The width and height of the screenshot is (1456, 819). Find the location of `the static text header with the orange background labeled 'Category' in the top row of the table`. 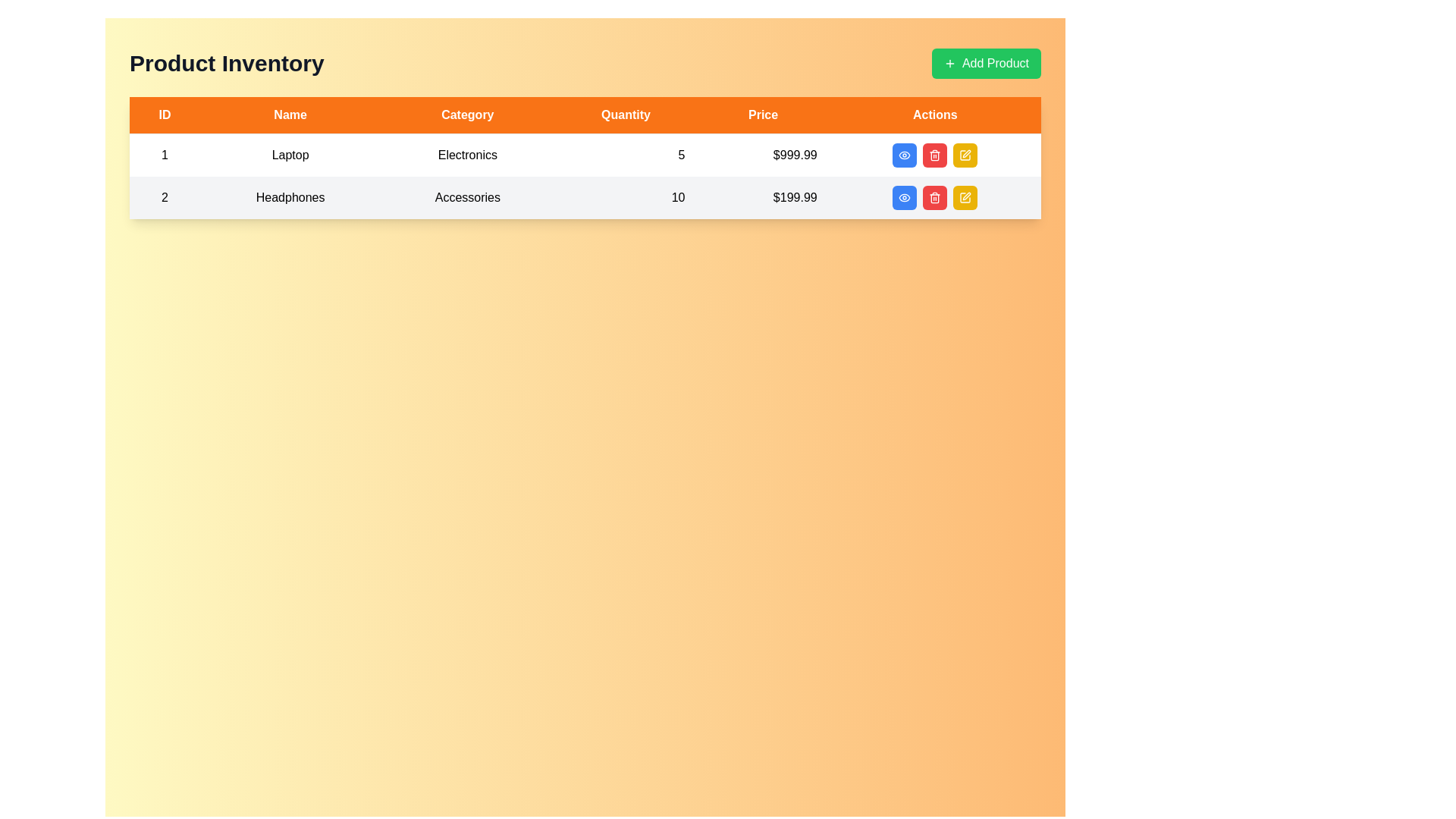

the static text header with the orange background labeled 'Category' in the top row of the table is located at coordinates (466, 115).